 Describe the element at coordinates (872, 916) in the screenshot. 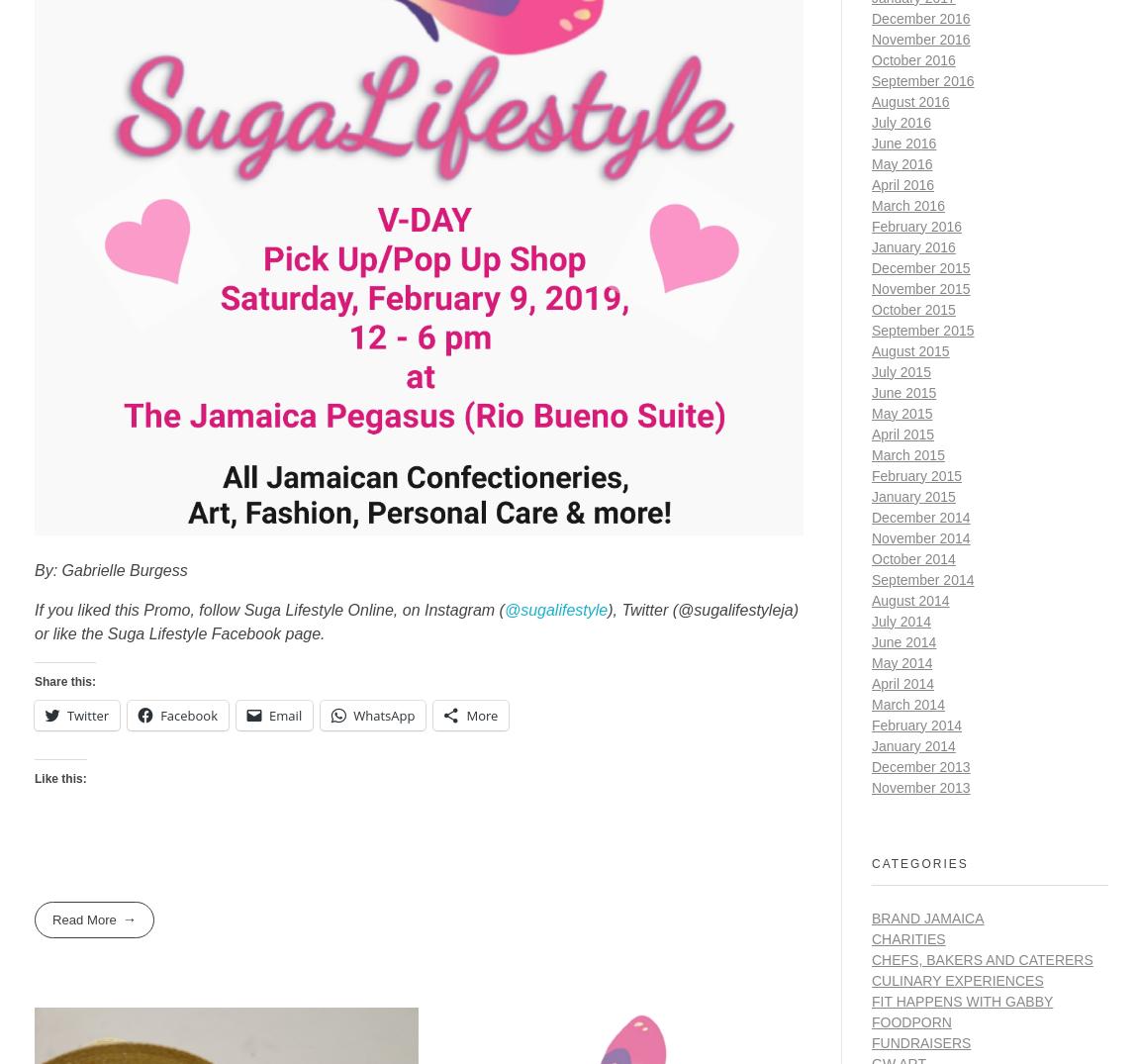

I see `'Brand Jamaica'` at that location.